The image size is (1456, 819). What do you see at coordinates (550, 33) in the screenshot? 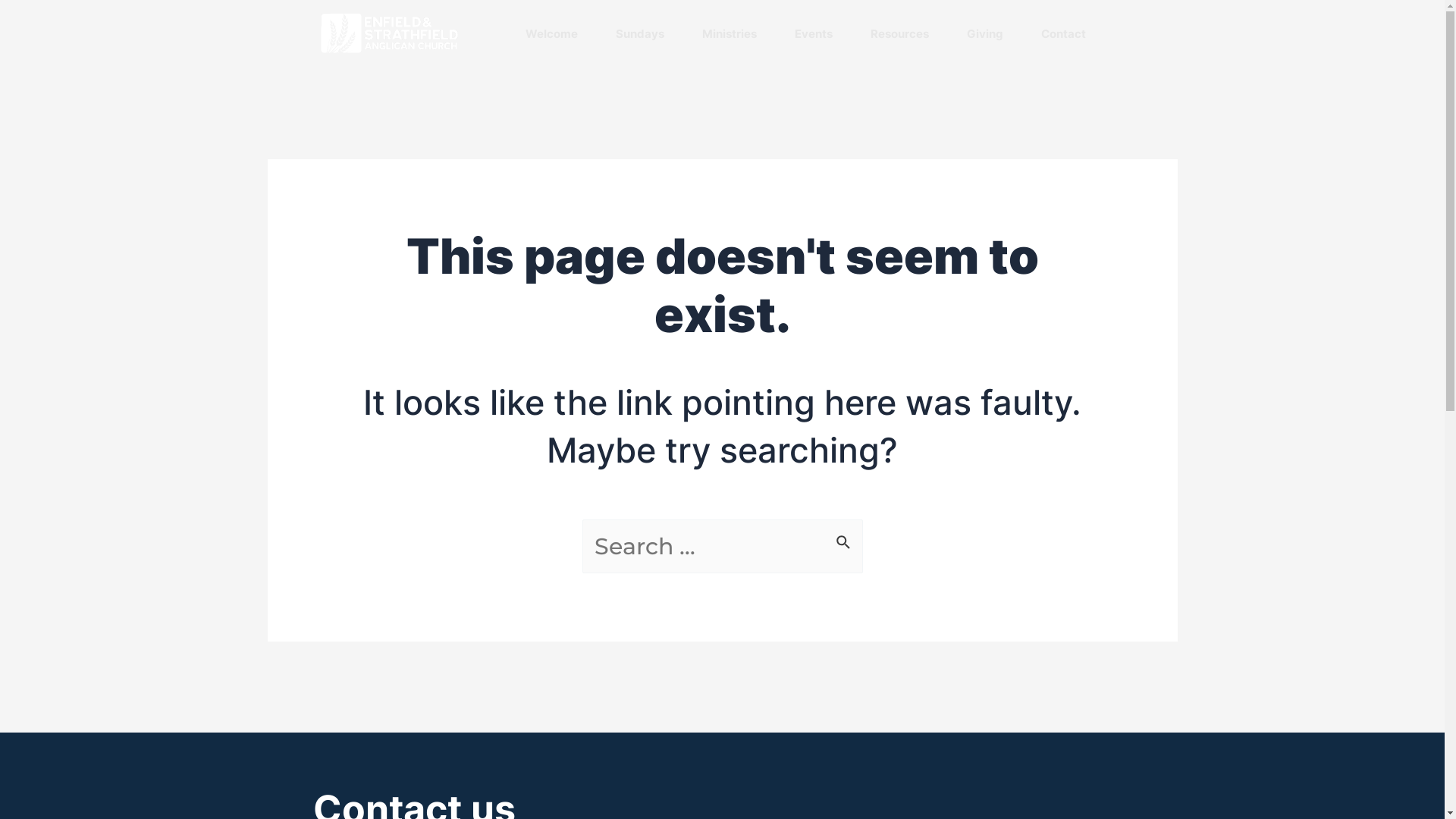
I see `'Welcome'` at bounding box center [550, 33].